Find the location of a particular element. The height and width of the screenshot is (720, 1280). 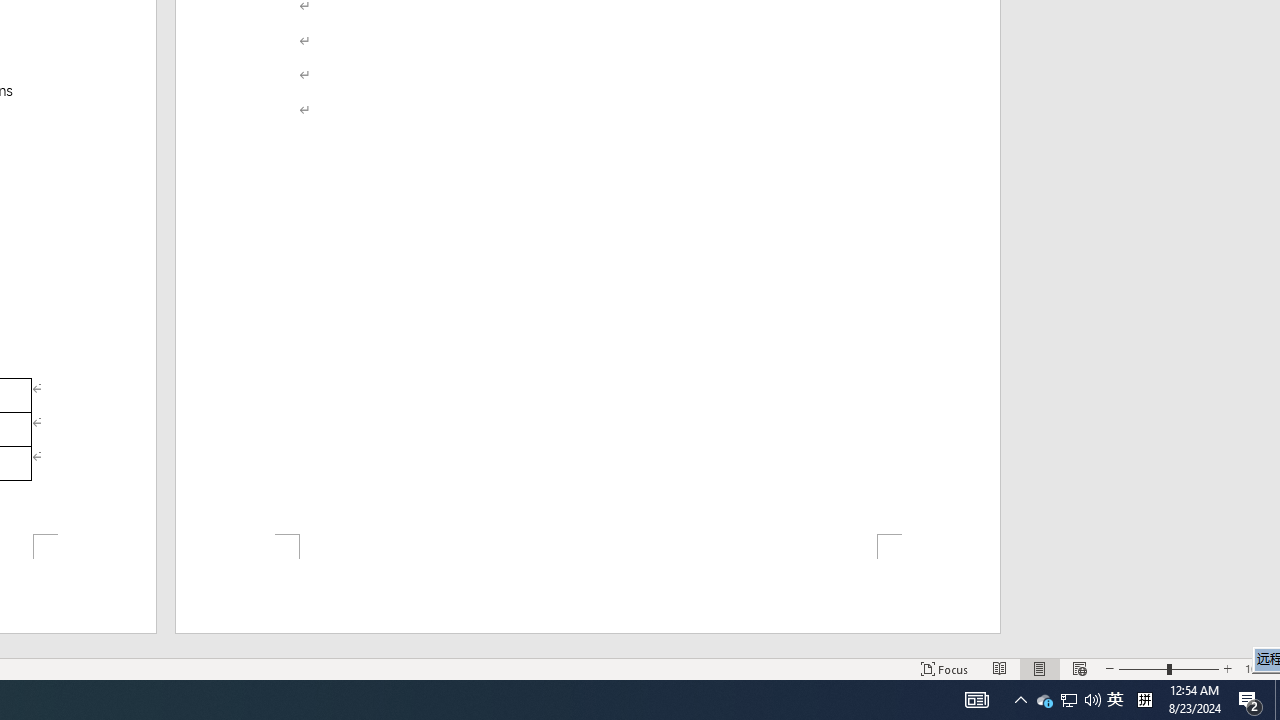

'AutomationID: 4105' is located at coordinates (977, 698).